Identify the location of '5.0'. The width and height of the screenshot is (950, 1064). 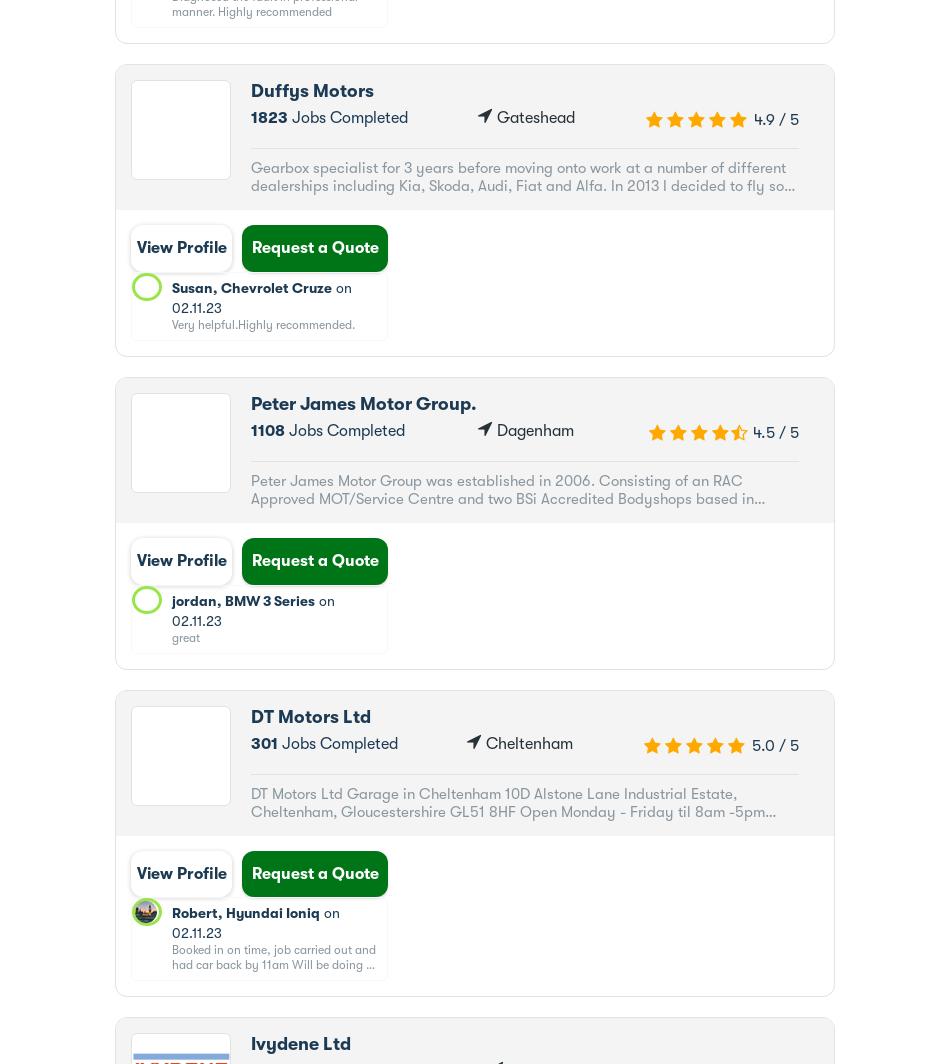
(762, 745).